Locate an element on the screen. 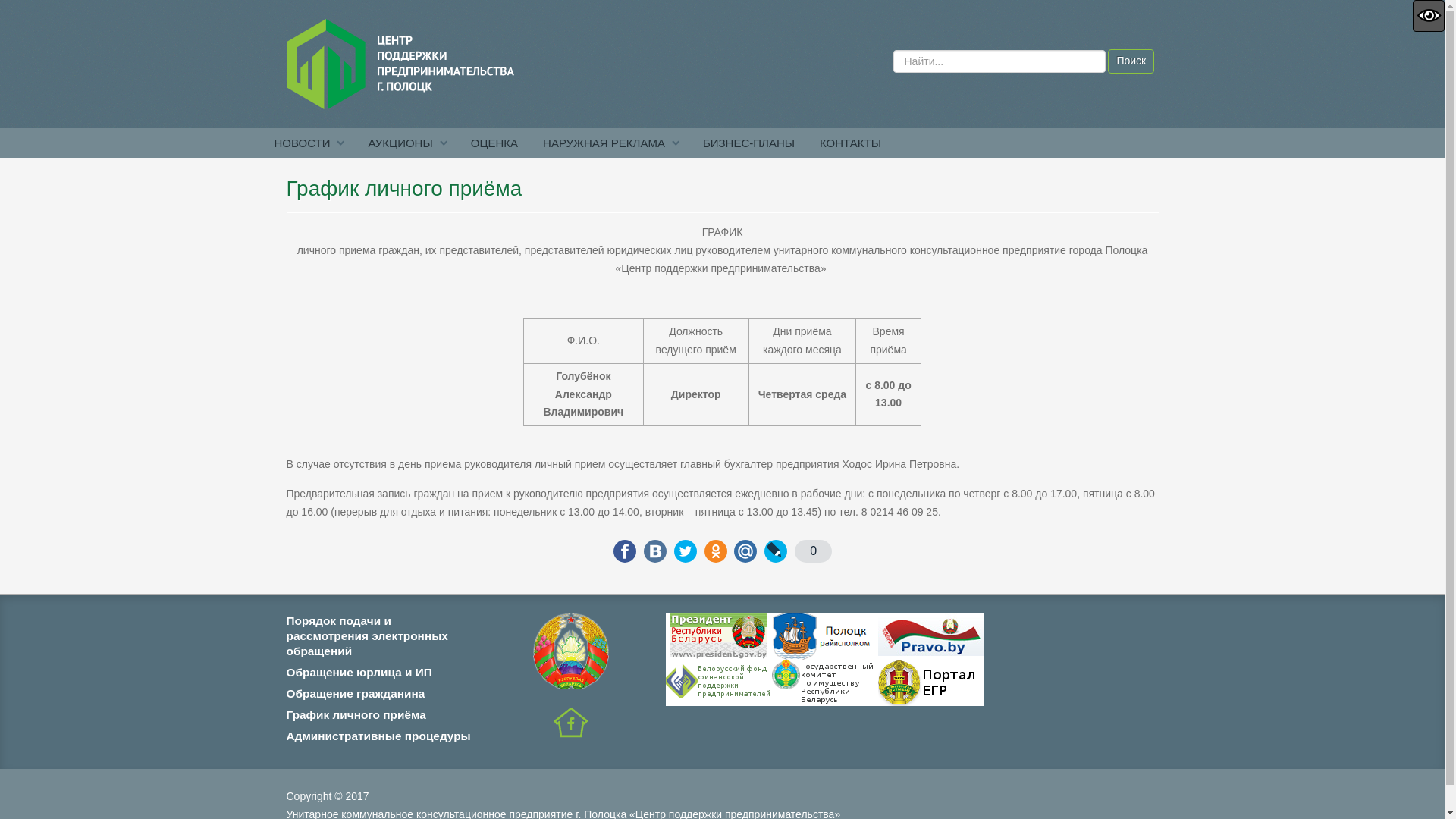 Image resolution: width=1456 pixels, height=819 pixels. 'FaceBook' is located at coordinates (625, 551).